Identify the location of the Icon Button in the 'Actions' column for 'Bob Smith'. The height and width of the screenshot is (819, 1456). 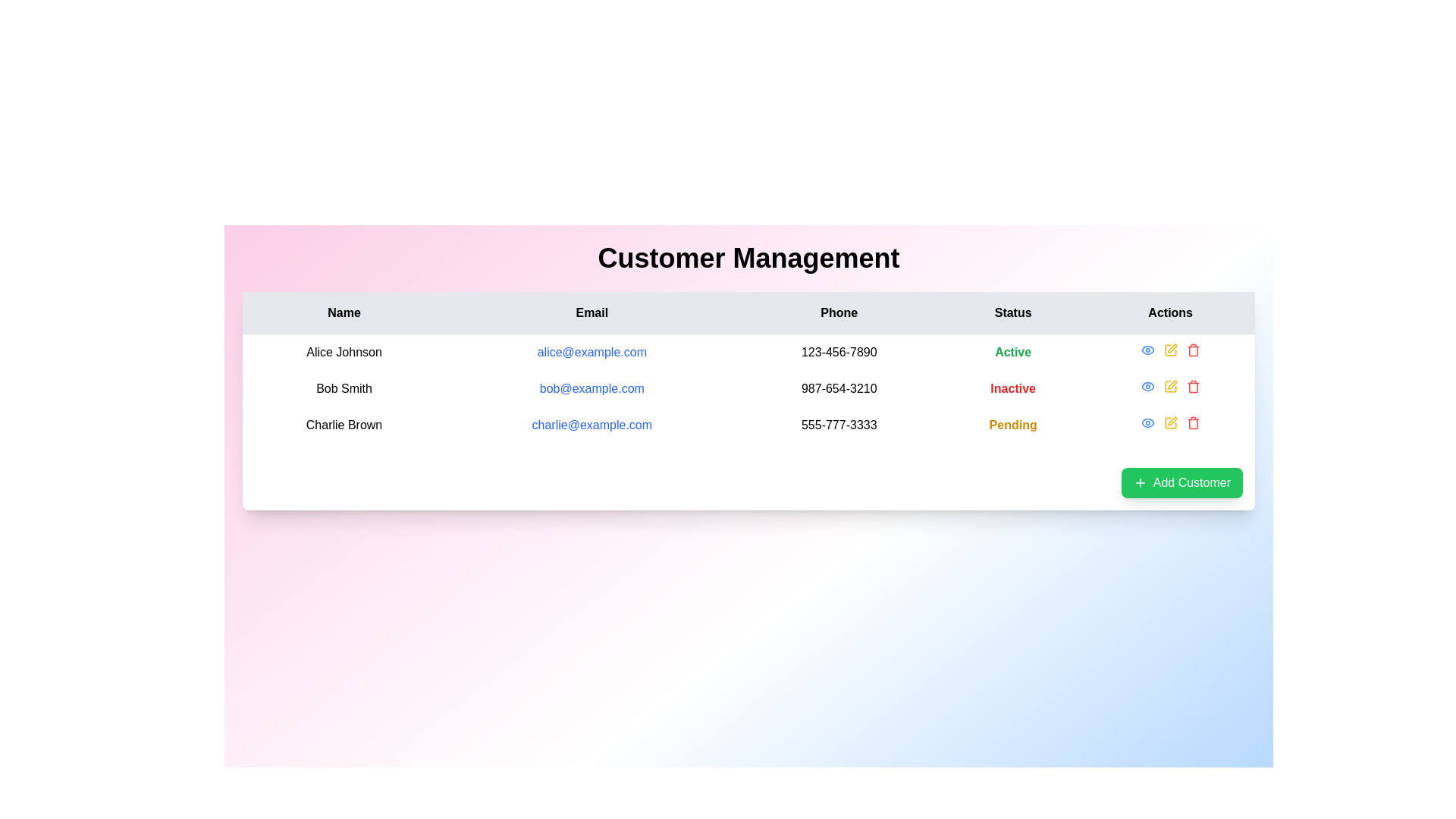
(1147, 350).